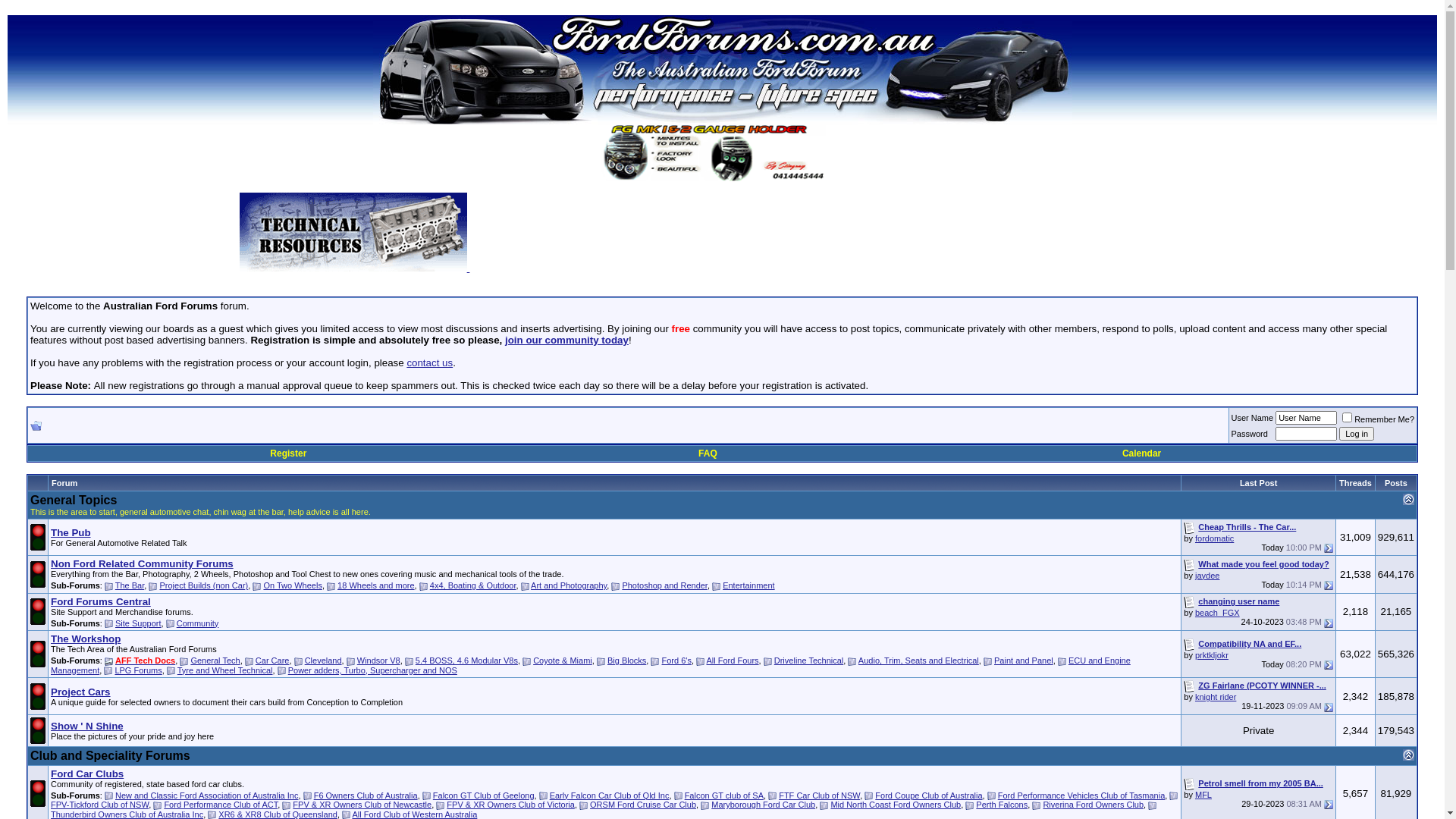  Describe the element at coordinates (1216, 696) in the screenshot. I see `'knight rider'` at that location.